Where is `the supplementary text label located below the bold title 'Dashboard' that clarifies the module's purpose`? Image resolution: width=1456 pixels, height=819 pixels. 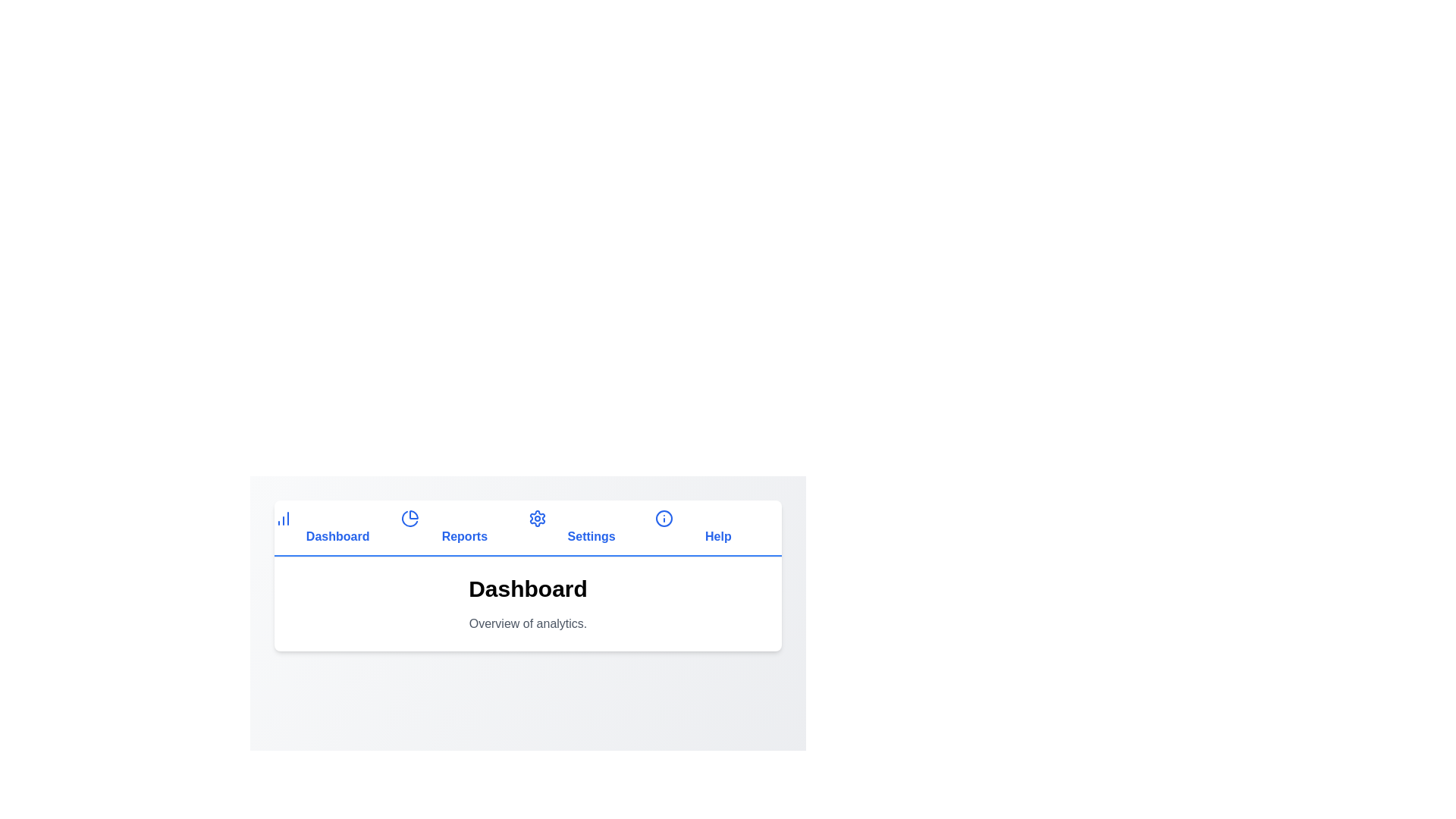
the supplementary text label located below the bold title 'Dashboard' that clarifies the module's purpose is located at coordinates (528, 623).